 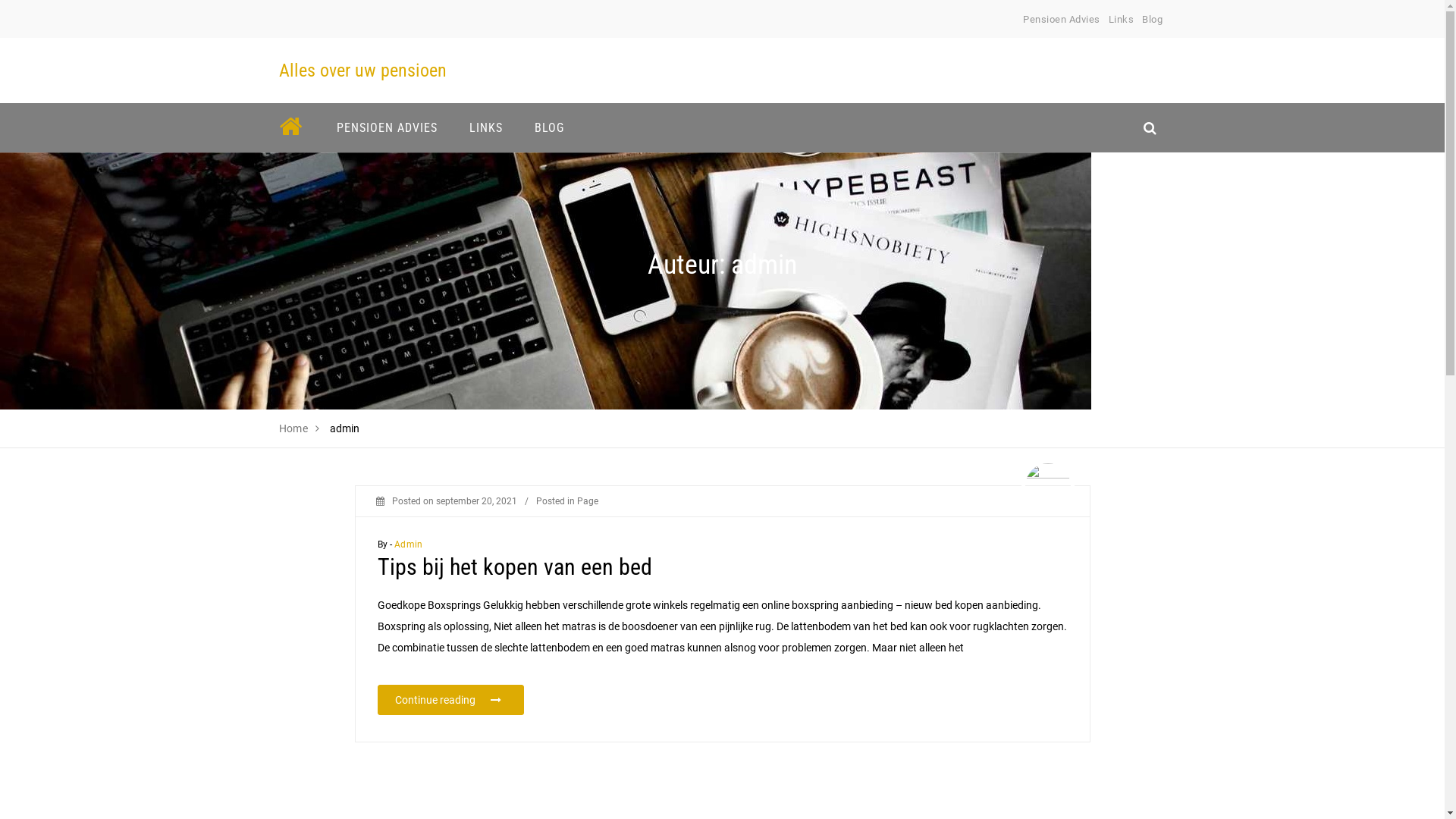 I want to click on 'Tips bij het kopen van een bed', so click(x=514, y=566).